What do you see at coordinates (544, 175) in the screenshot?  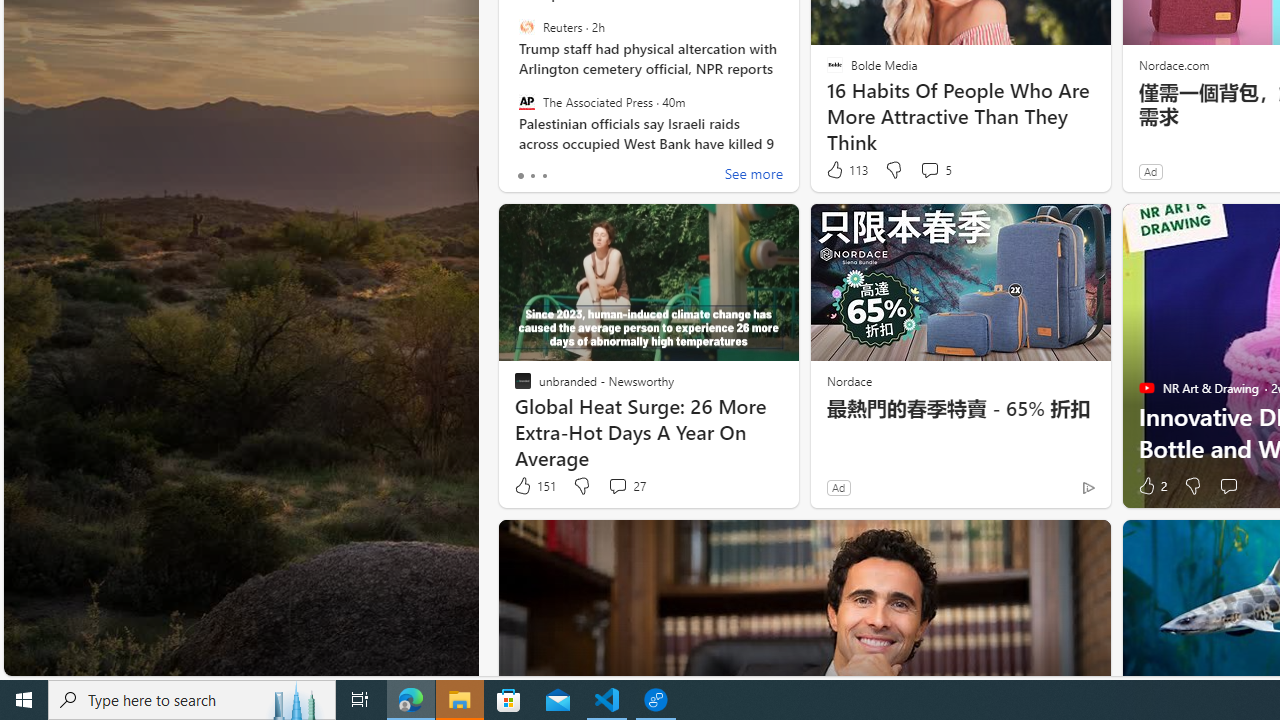 I see `'tab-2'` at bounding box center [544, 175].